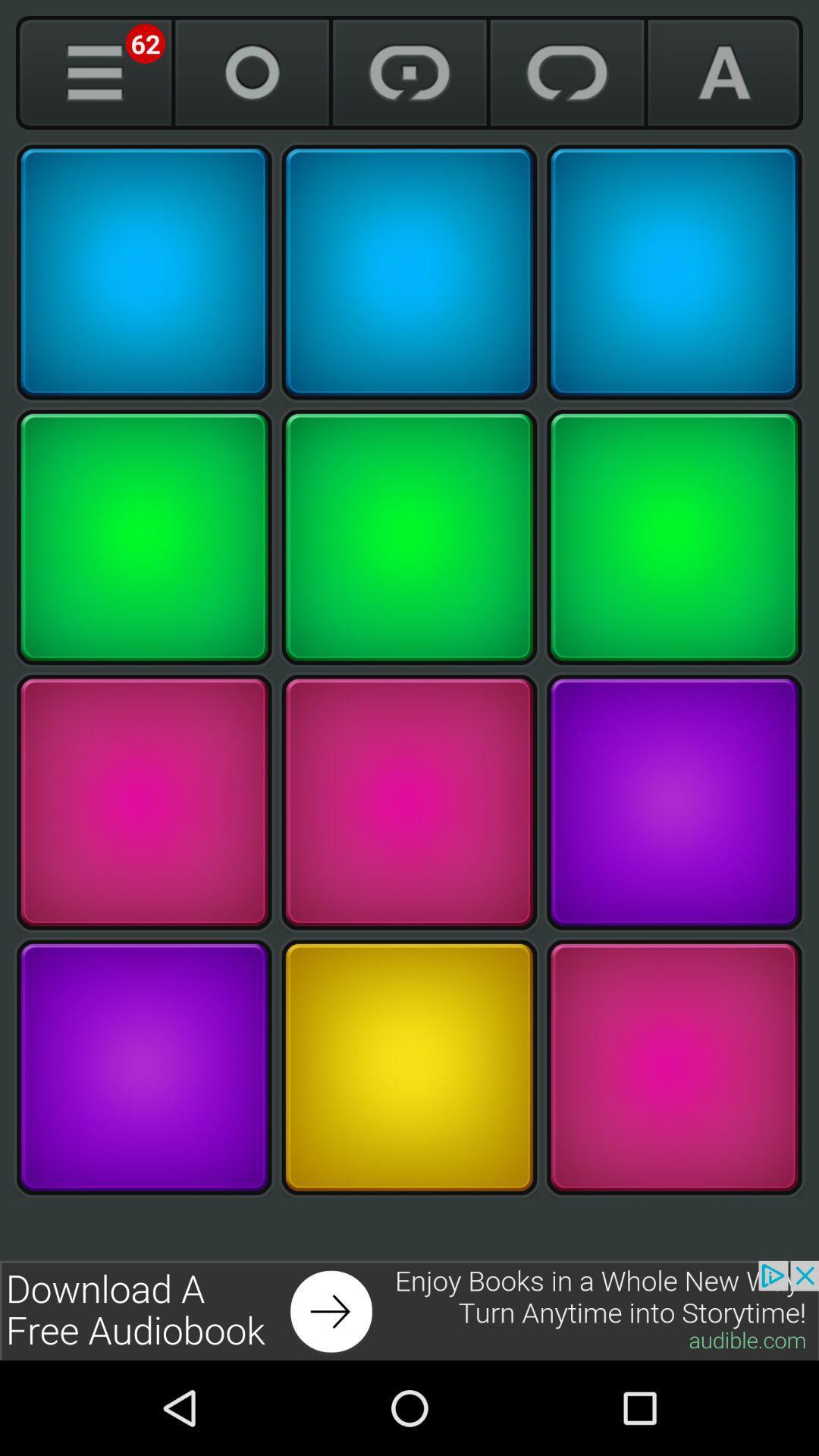  What do you see at coordinates (144, 272) in the screenshot?
I see `keypad 1` at bounding box center [144, 272].